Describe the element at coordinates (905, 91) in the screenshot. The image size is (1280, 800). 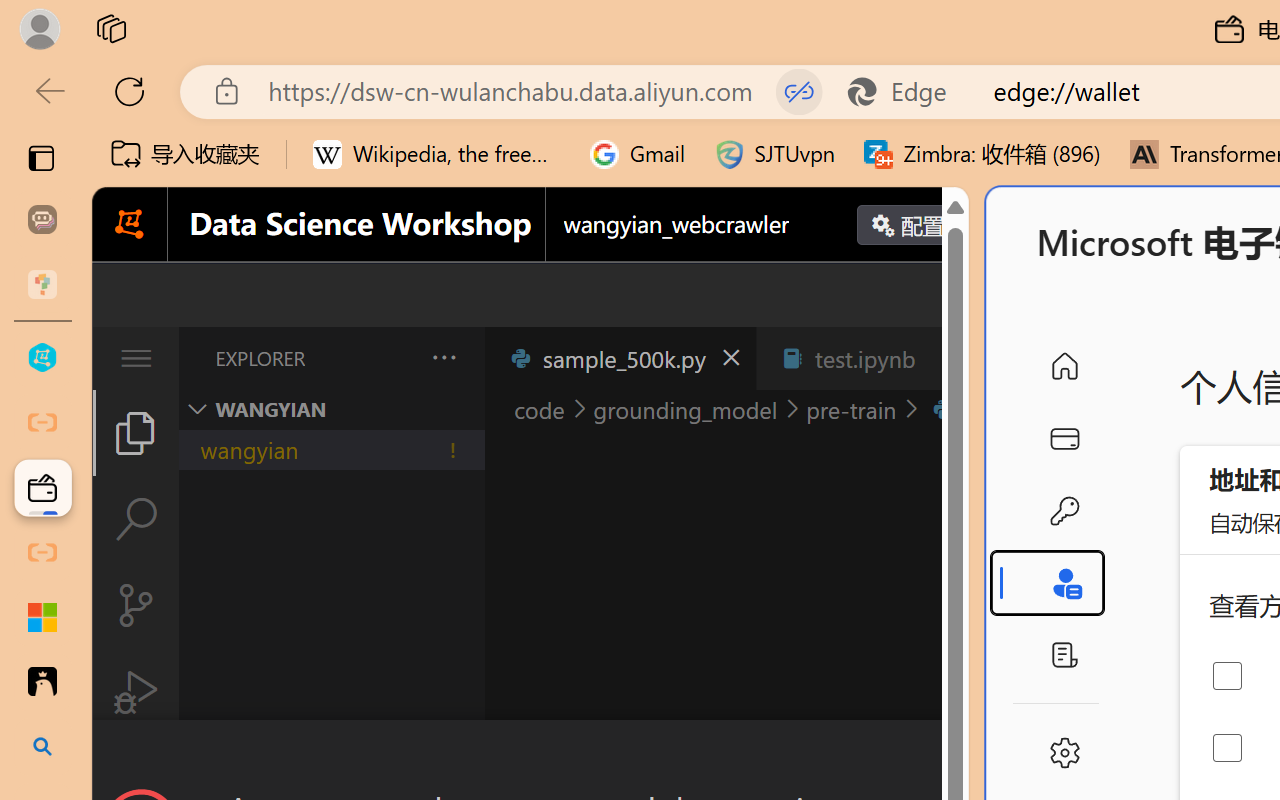
I see `'Edge'` at that location.